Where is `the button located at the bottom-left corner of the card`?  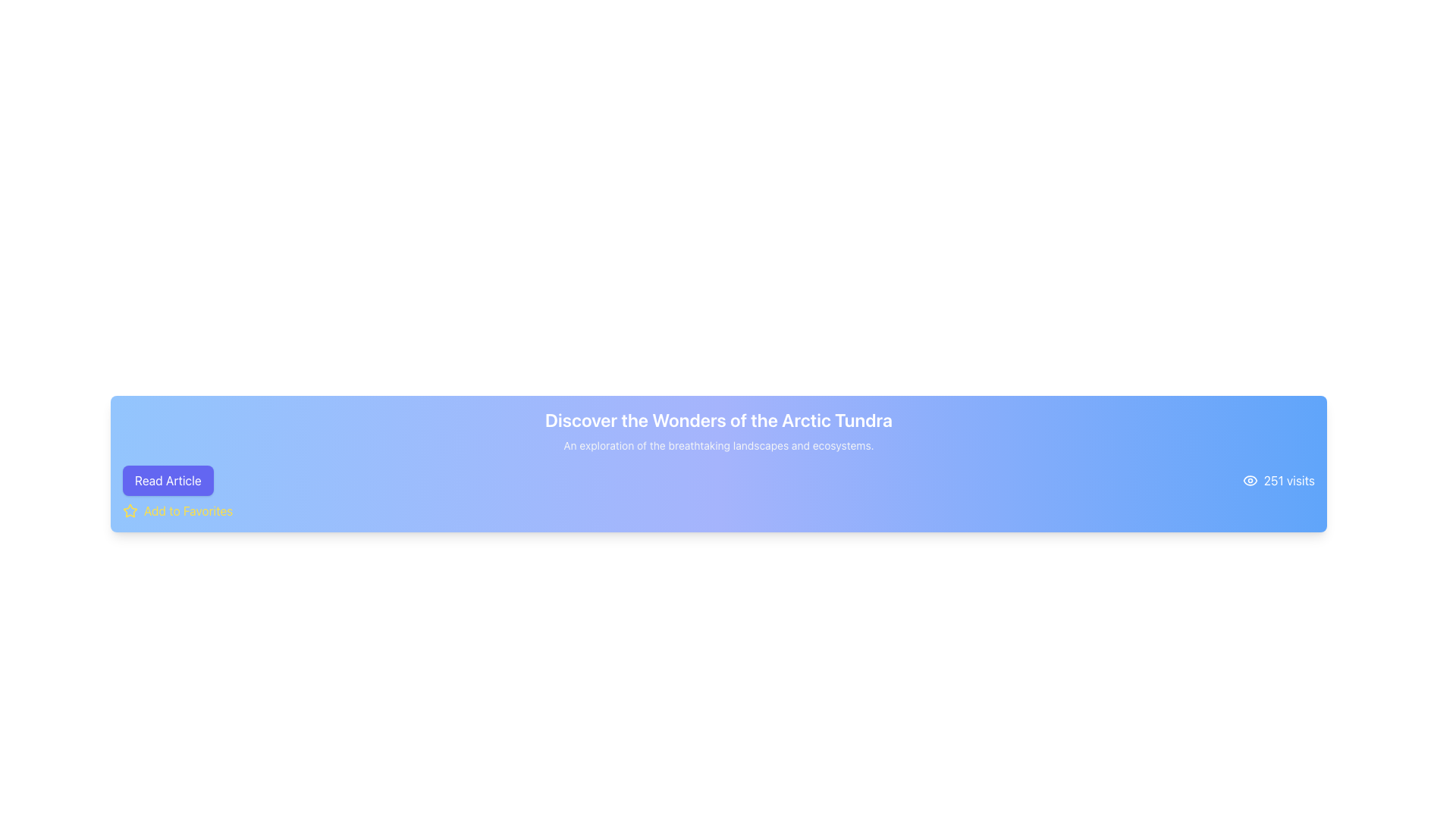 the button located at the bottom-left corner of the card is located at coordinates (177, 511).